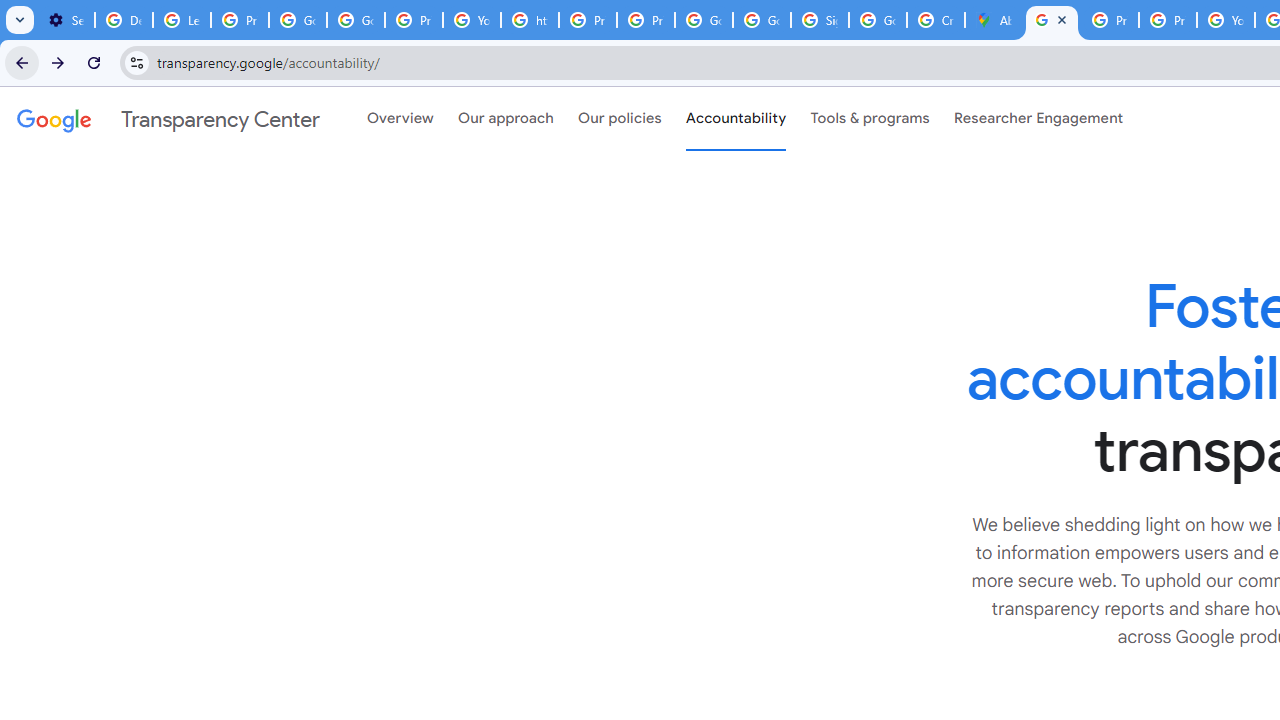 This screenshot has height=720, width=1280. What do you see at coordinates (819, 20) in the screenshot?
I see `'Sign in - Google Accounts'` at bounding box center [819, 20].